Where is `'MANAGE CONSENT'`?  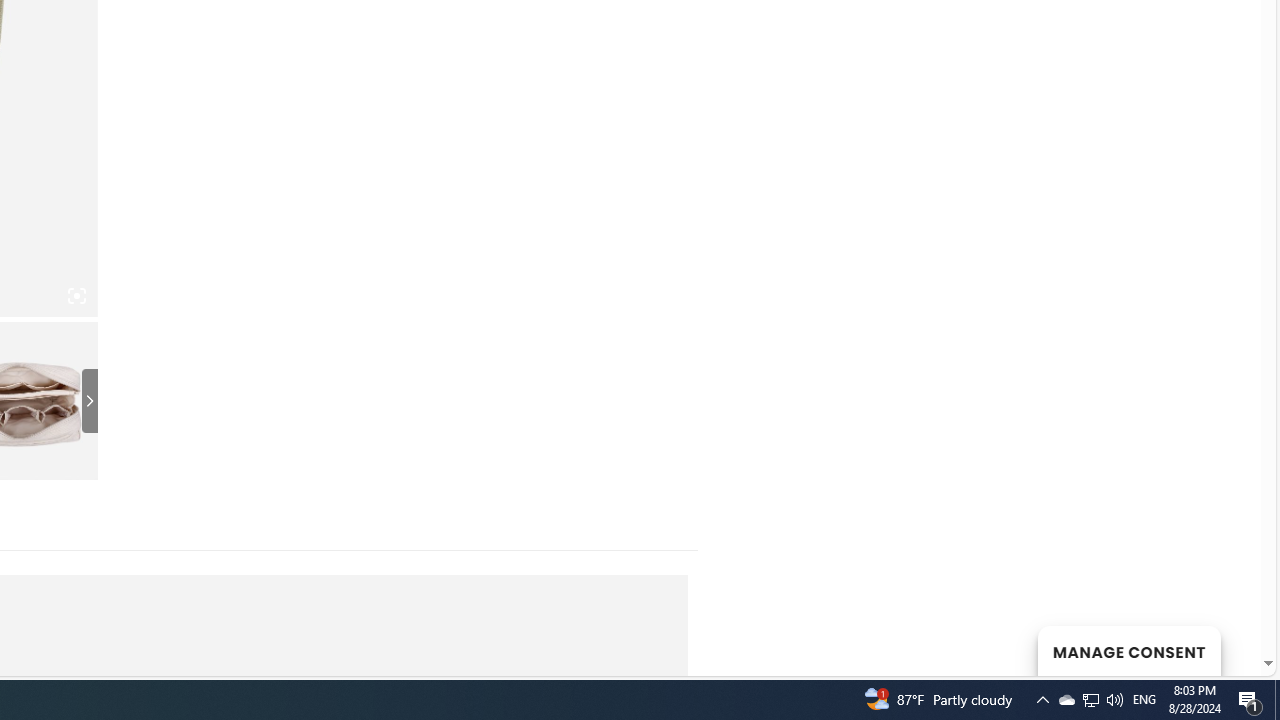
'MANAGE CONSENT' is located at coordinates (1128, 650).